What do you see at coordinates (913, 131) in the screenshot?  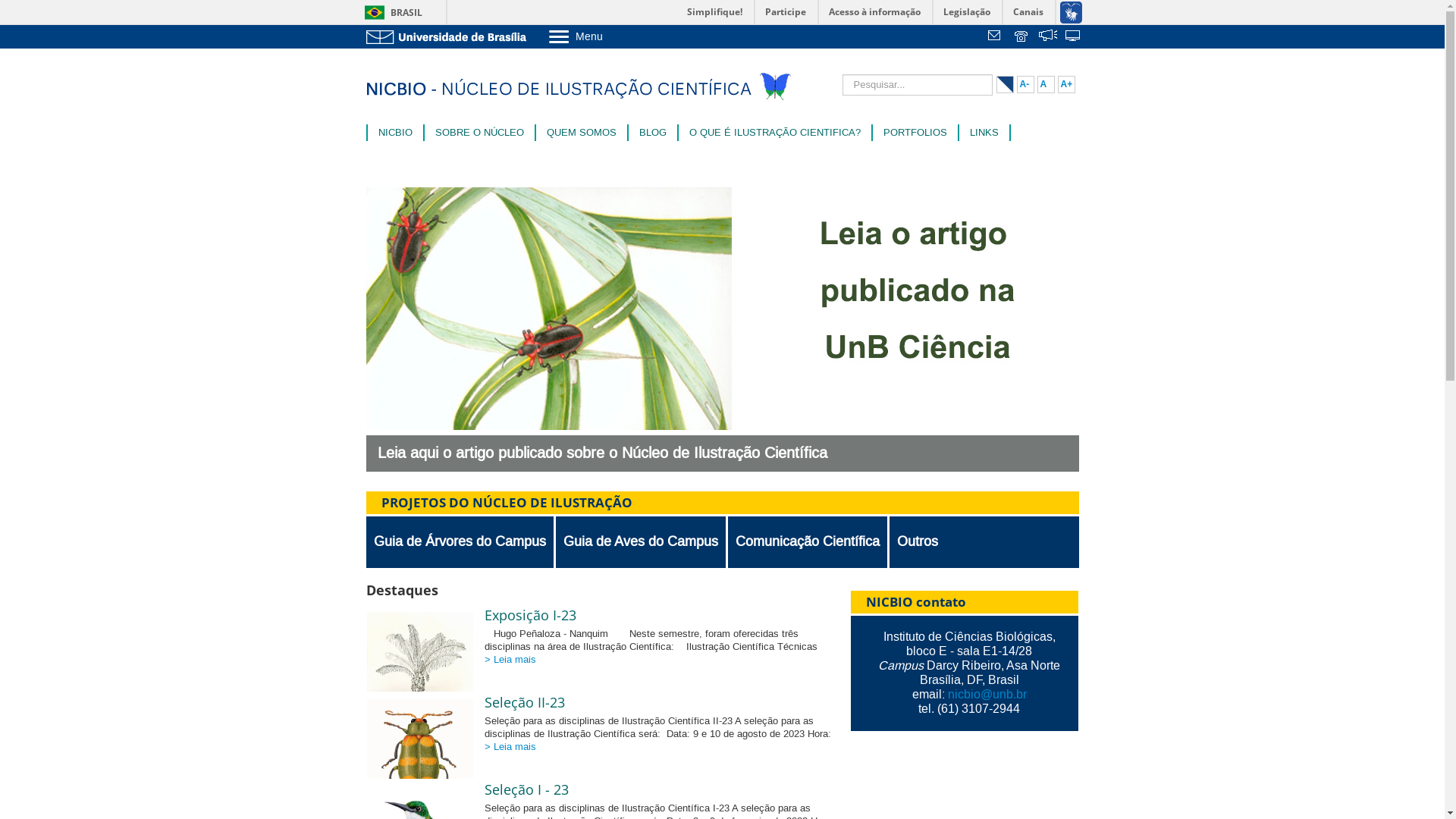 I see `'PORTFOLIOS'` at bounding box center [913, 131].